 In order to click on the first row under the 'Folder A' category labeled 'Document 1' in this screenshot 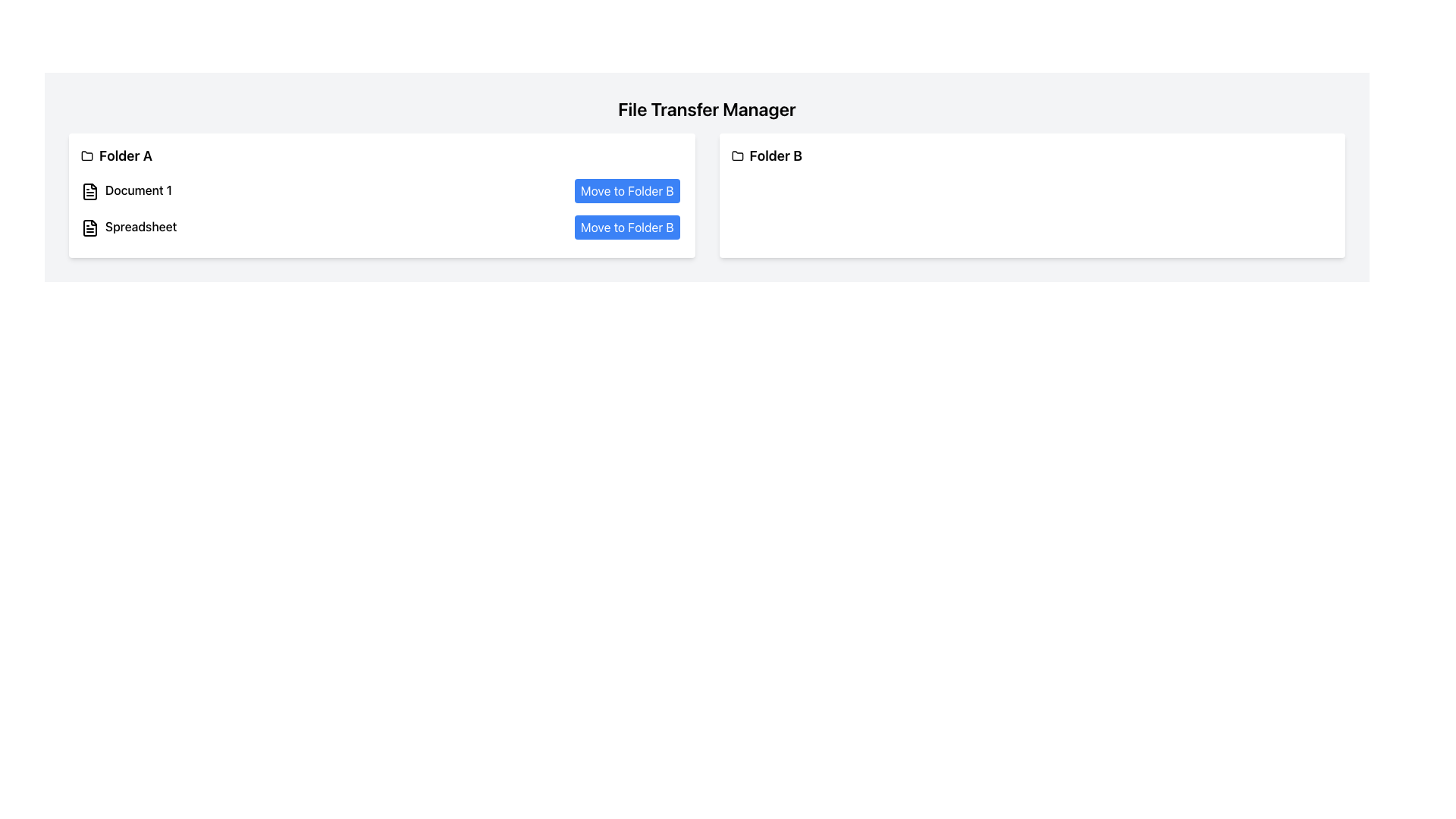, I will do `click(381, 190)`.